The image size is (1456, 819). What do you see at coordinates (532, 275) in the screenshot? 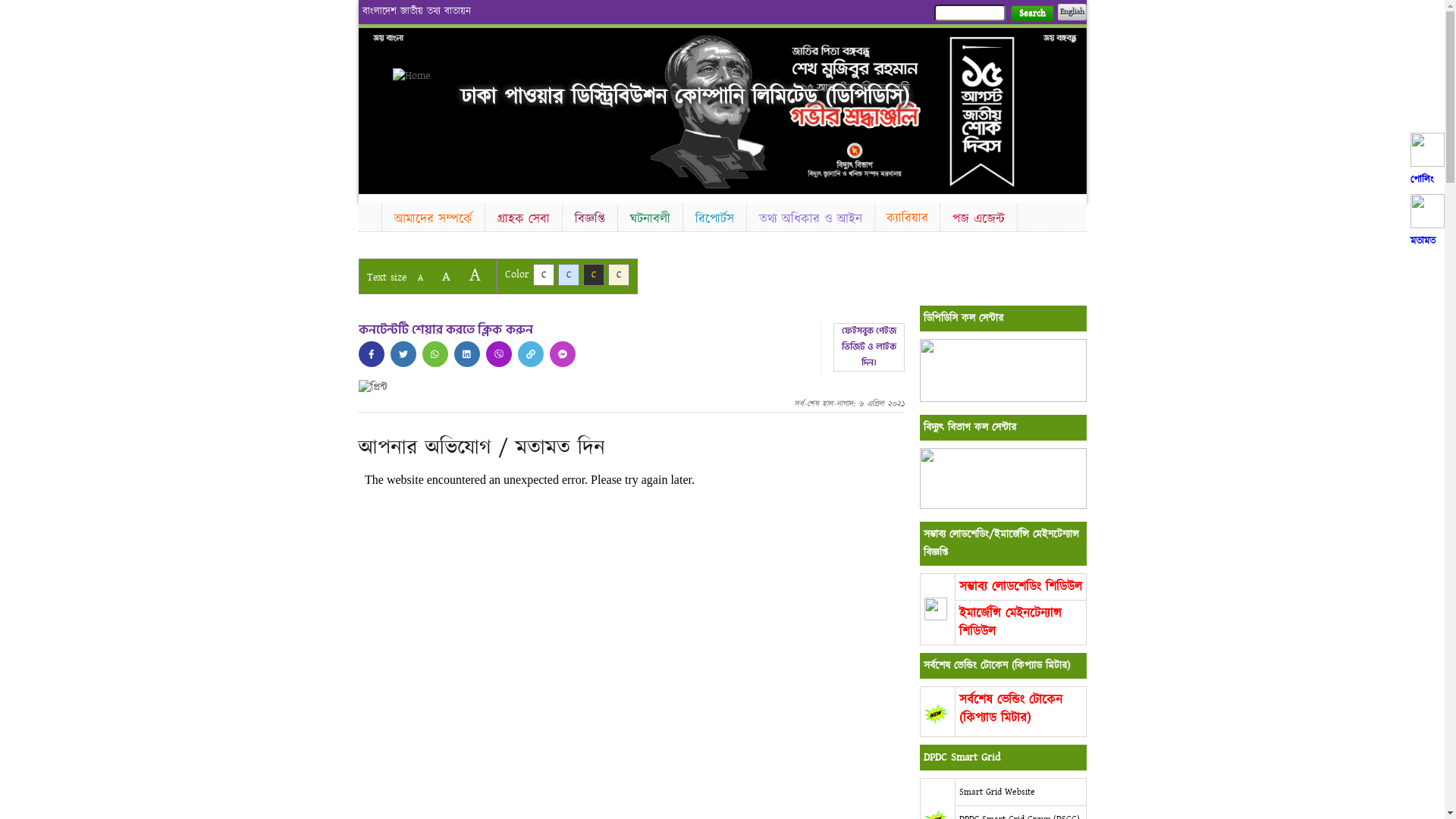
I see `'C'` at bounding box center [532, 275].